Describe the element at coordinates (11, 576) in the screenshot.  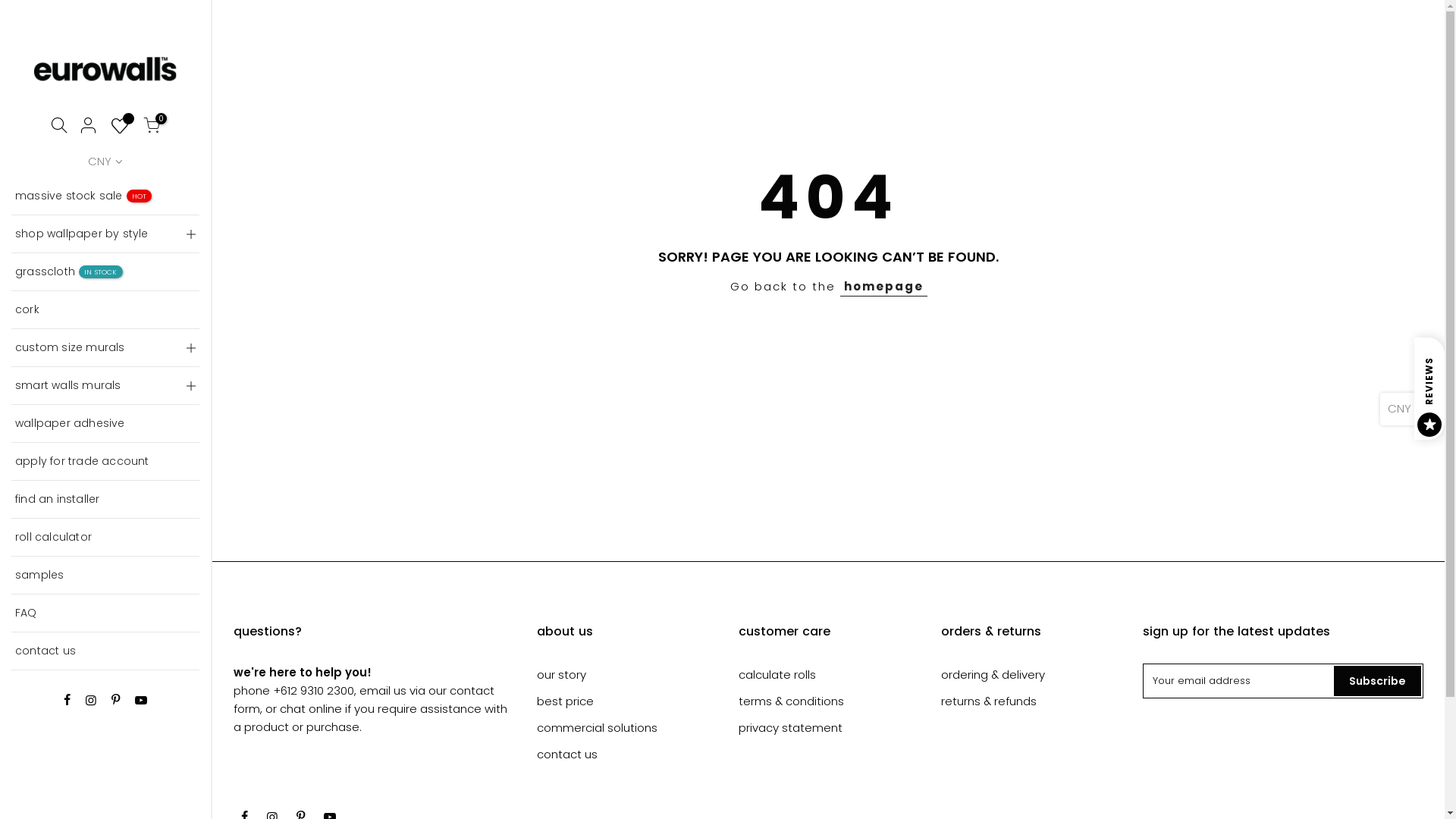
I see `'samples'` at that location.